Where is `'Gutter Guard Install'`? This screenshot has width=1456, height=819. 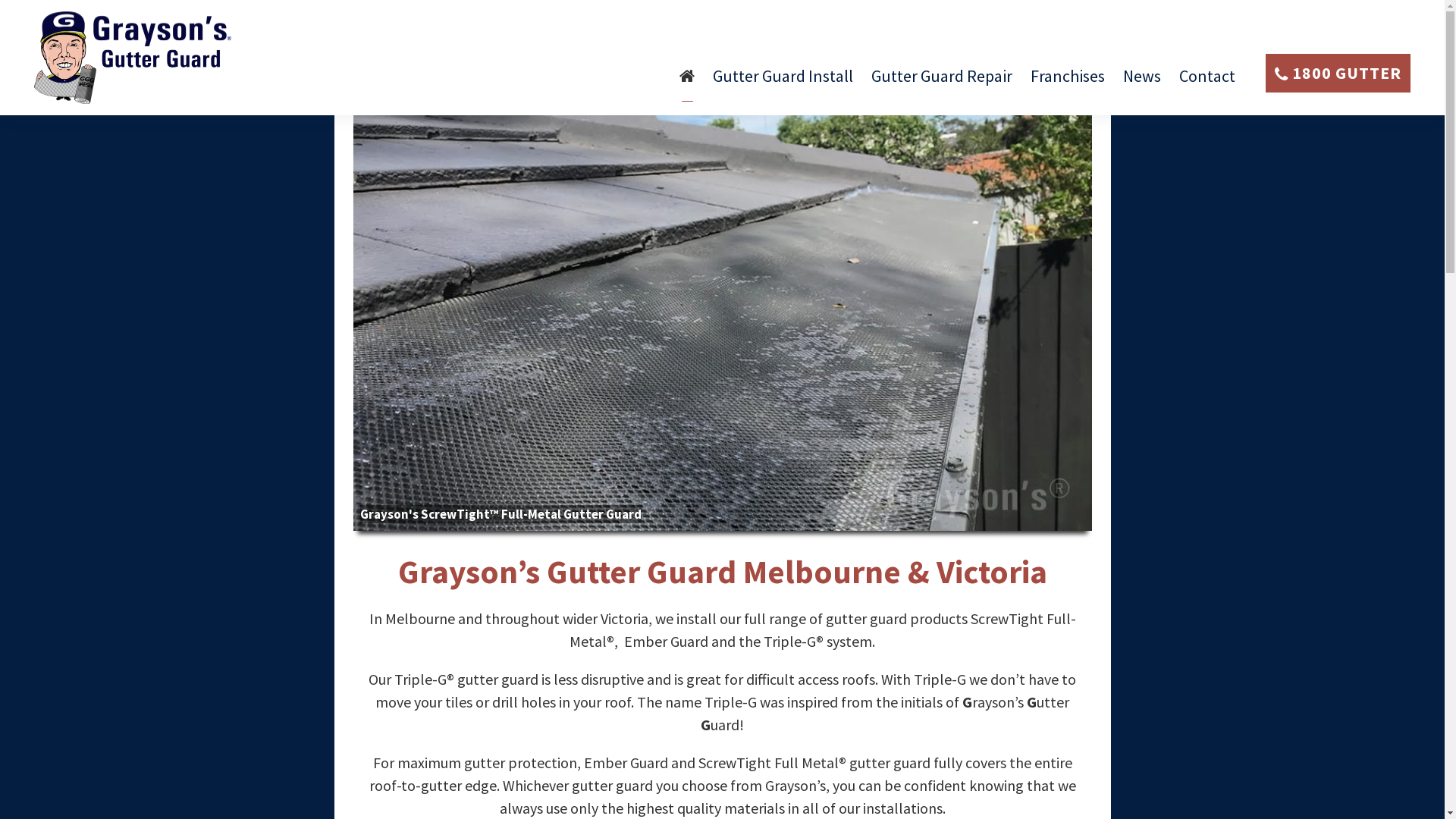 'Gutter Guard Install' is located at coordinates (712, 82).